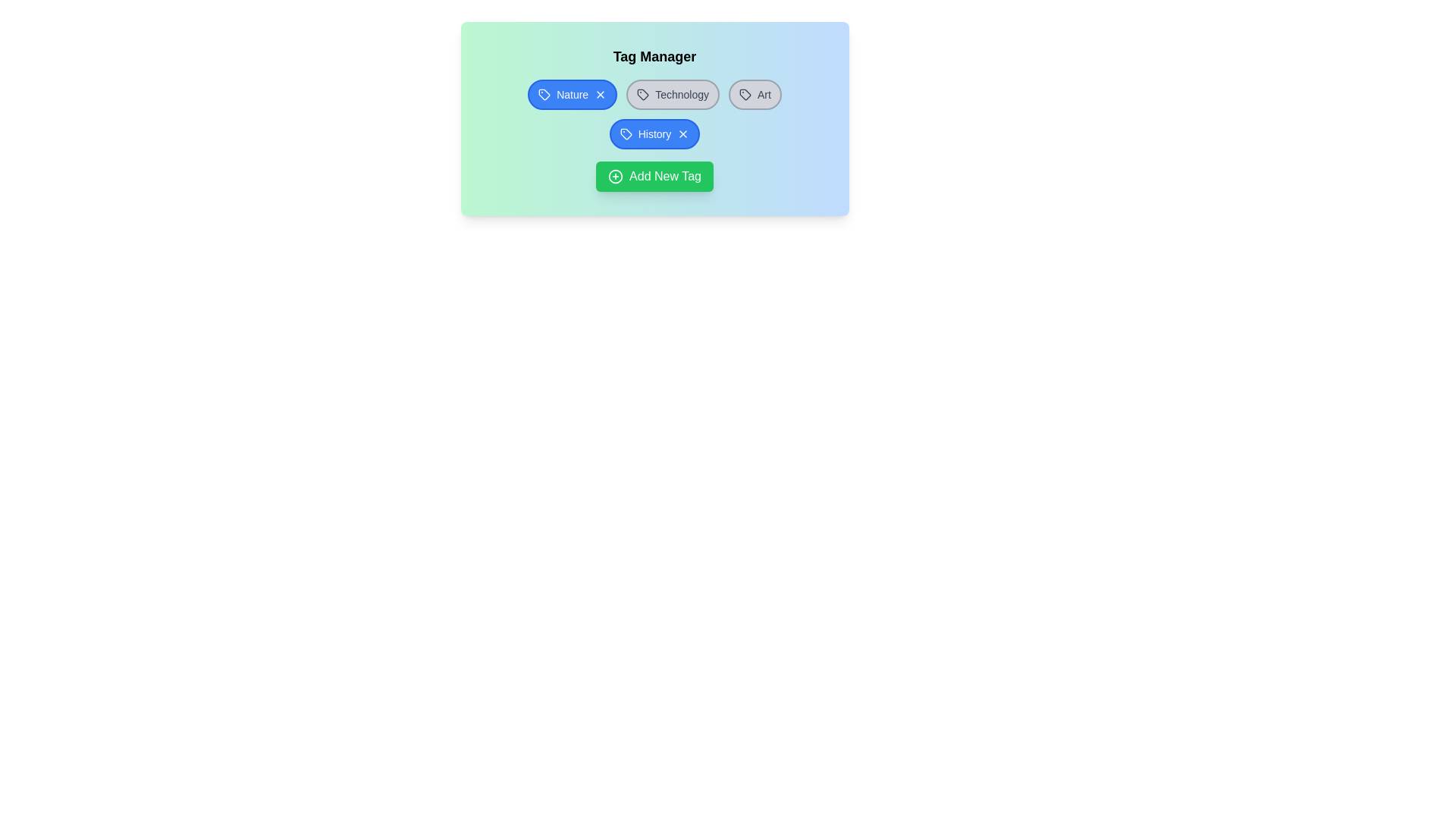  Describe the element at coordinates (654, 133) in the screenshot. I see `the tag labeled History to toggle its selection` at that location.